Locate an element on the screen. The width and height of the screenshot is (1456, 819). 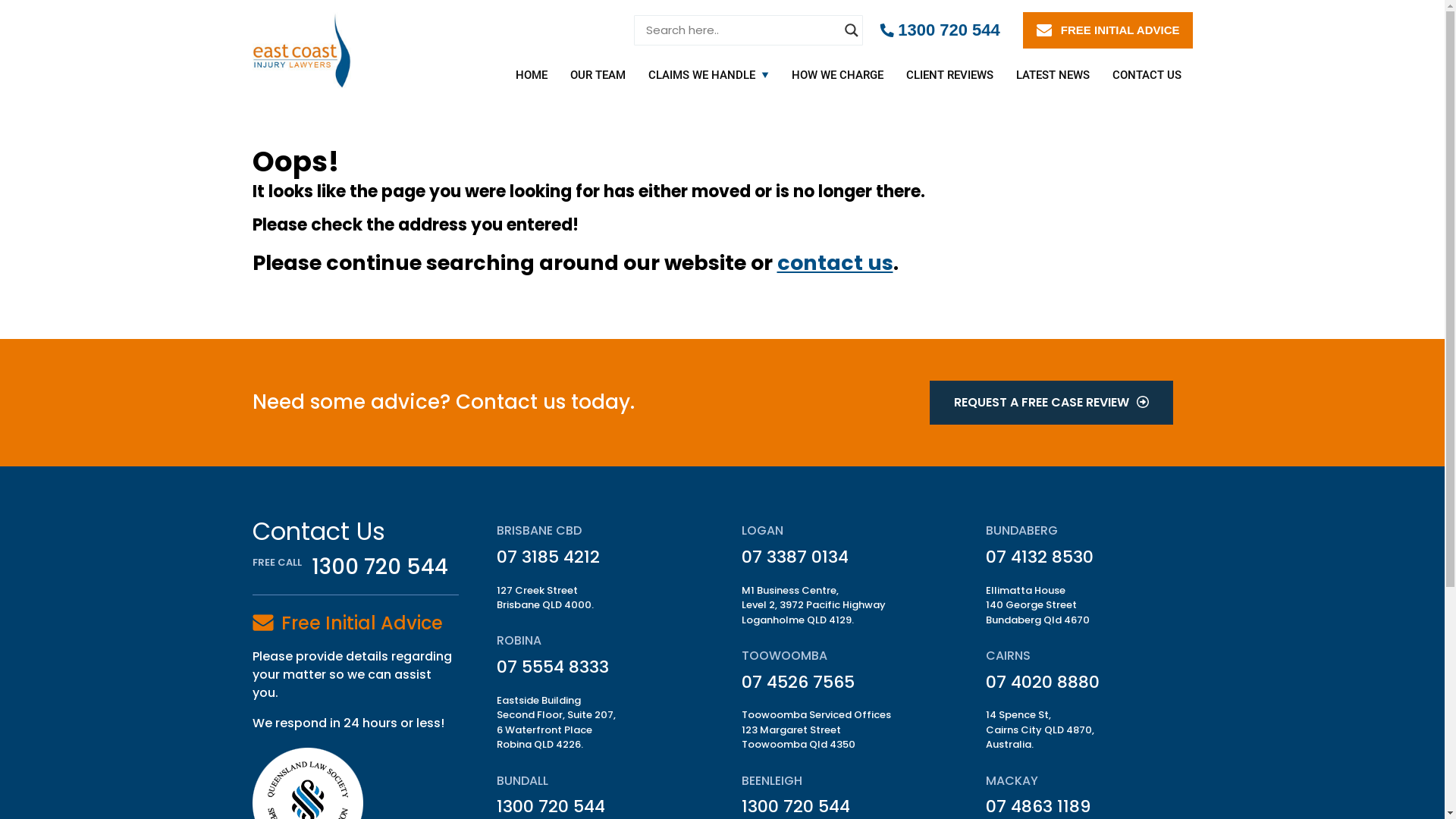
'TOOWOOMBA' is located at coordinates (742, 654).